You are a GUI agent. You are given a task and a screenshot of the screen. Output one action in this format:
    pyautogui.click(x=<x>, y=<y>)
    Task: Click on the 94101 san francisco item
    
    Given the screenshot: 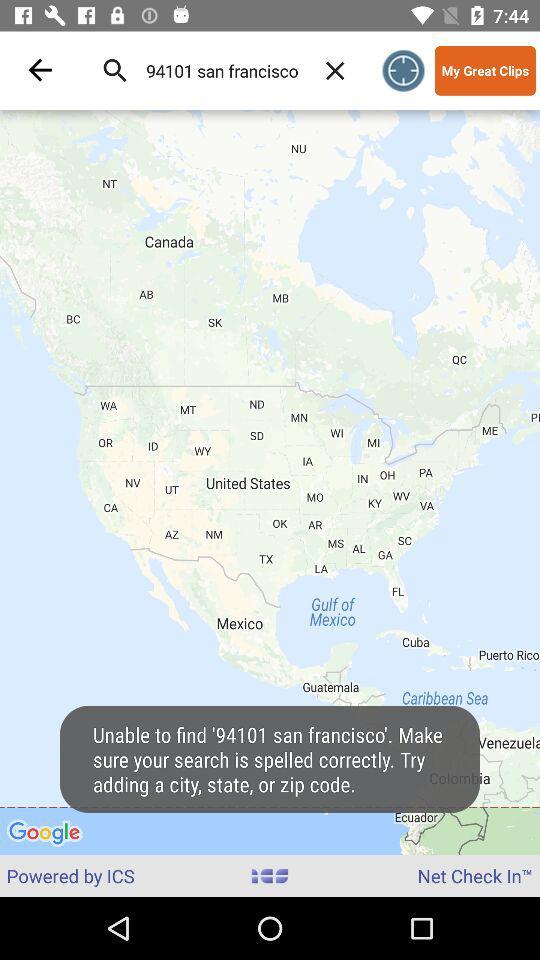 What is the action you would take?
    pyautogui.click(x=221, y=70)
    